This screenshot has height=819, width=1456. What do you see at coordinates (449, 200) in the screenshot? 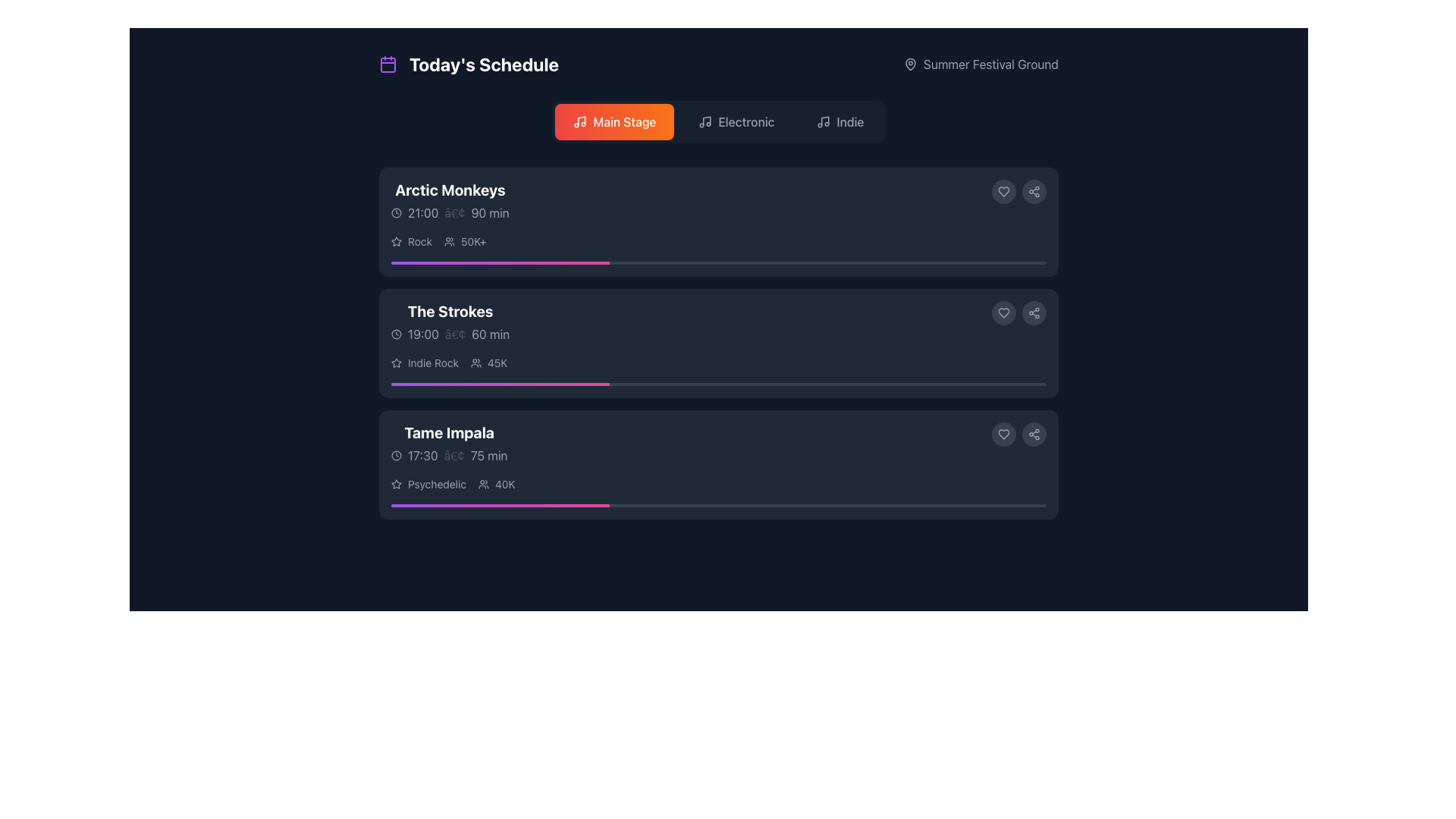
I see `the Informational Text Cluster for the event 'Arctic Monkeys' located in the first event card under the 'Main Stage' section` at bounding box center [449, 200].